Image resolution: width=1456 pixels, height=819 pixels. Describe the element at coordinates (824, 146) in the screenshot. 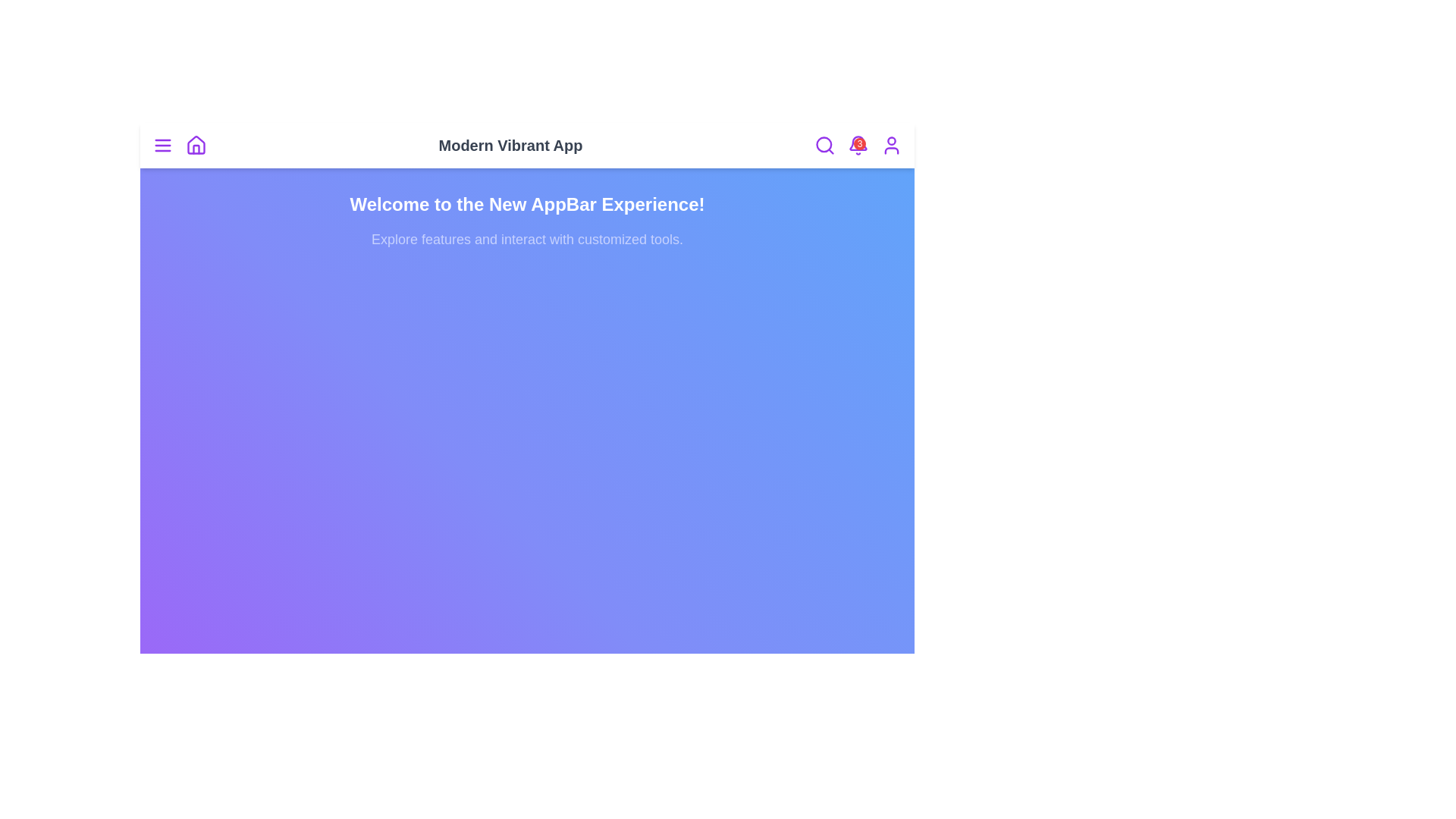

I see `the search icon in the header` at that location.